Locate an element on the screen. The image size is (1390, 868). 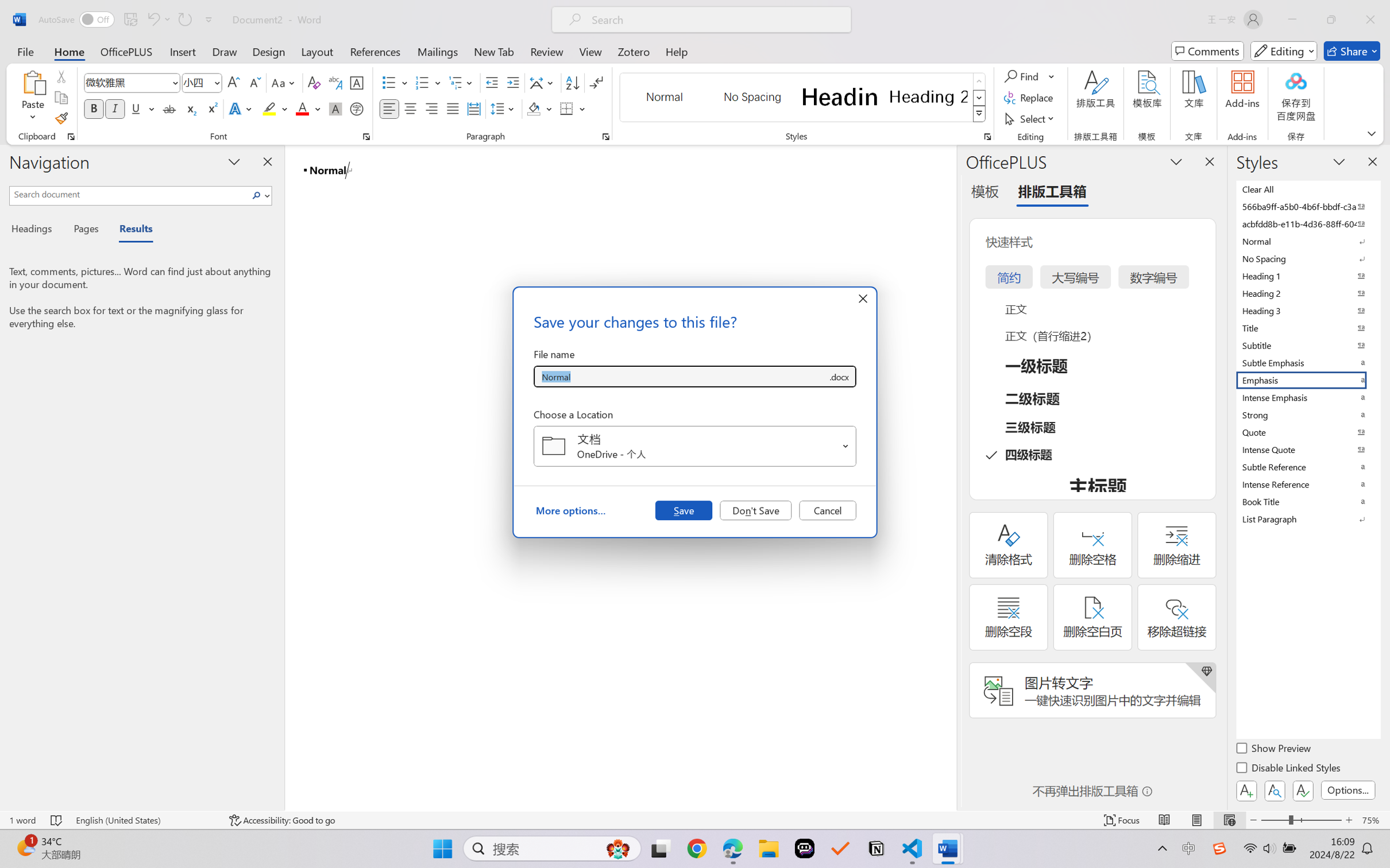
'Font Size' is located at coordinates (202, 83).